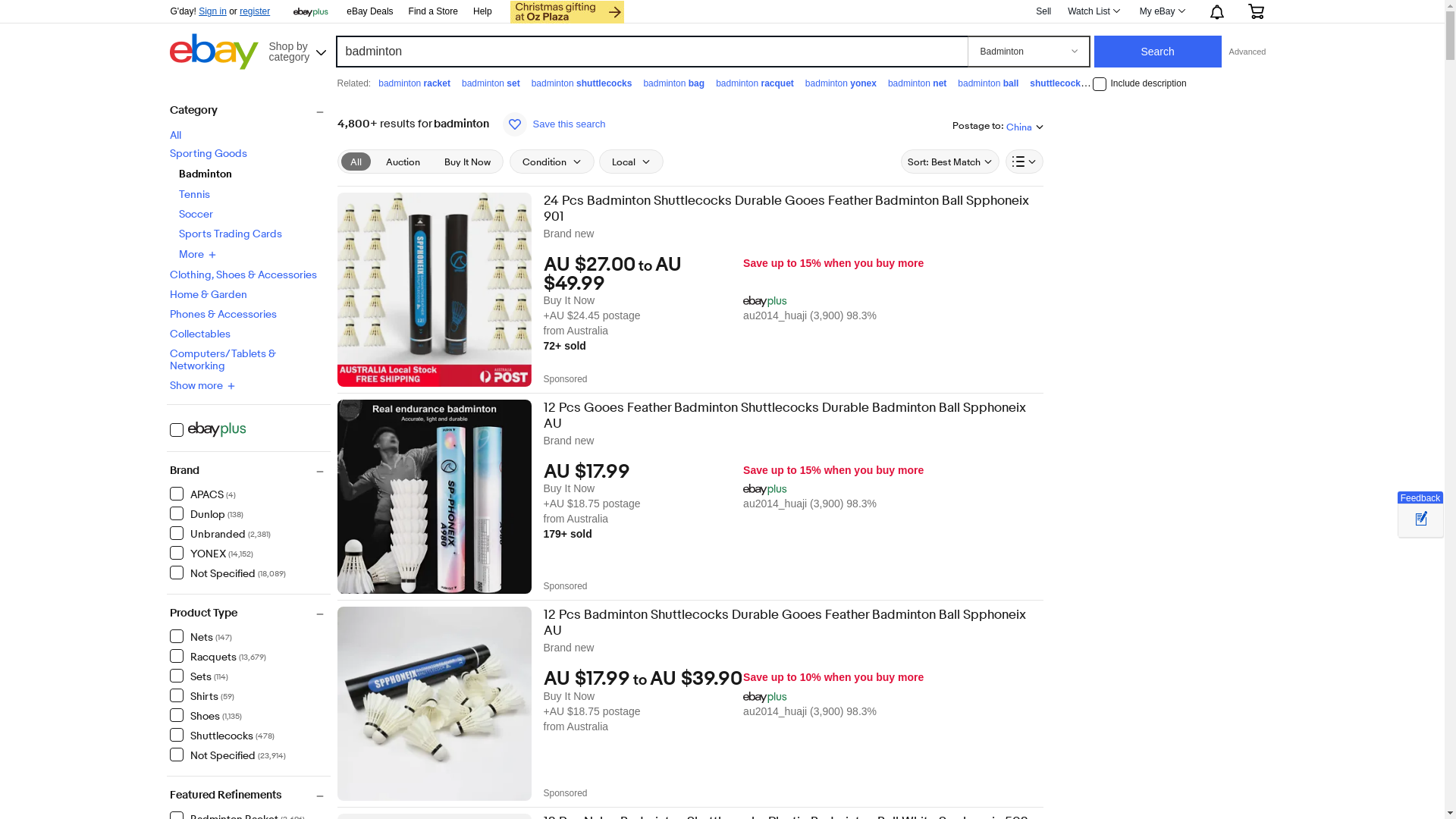 Image resolution: width=1456 pixels, height=819 pixels. What do you see at coordinates (432, 11) in the screenshot?
I see `'Find a Store'` at bounding box center [432, 11].